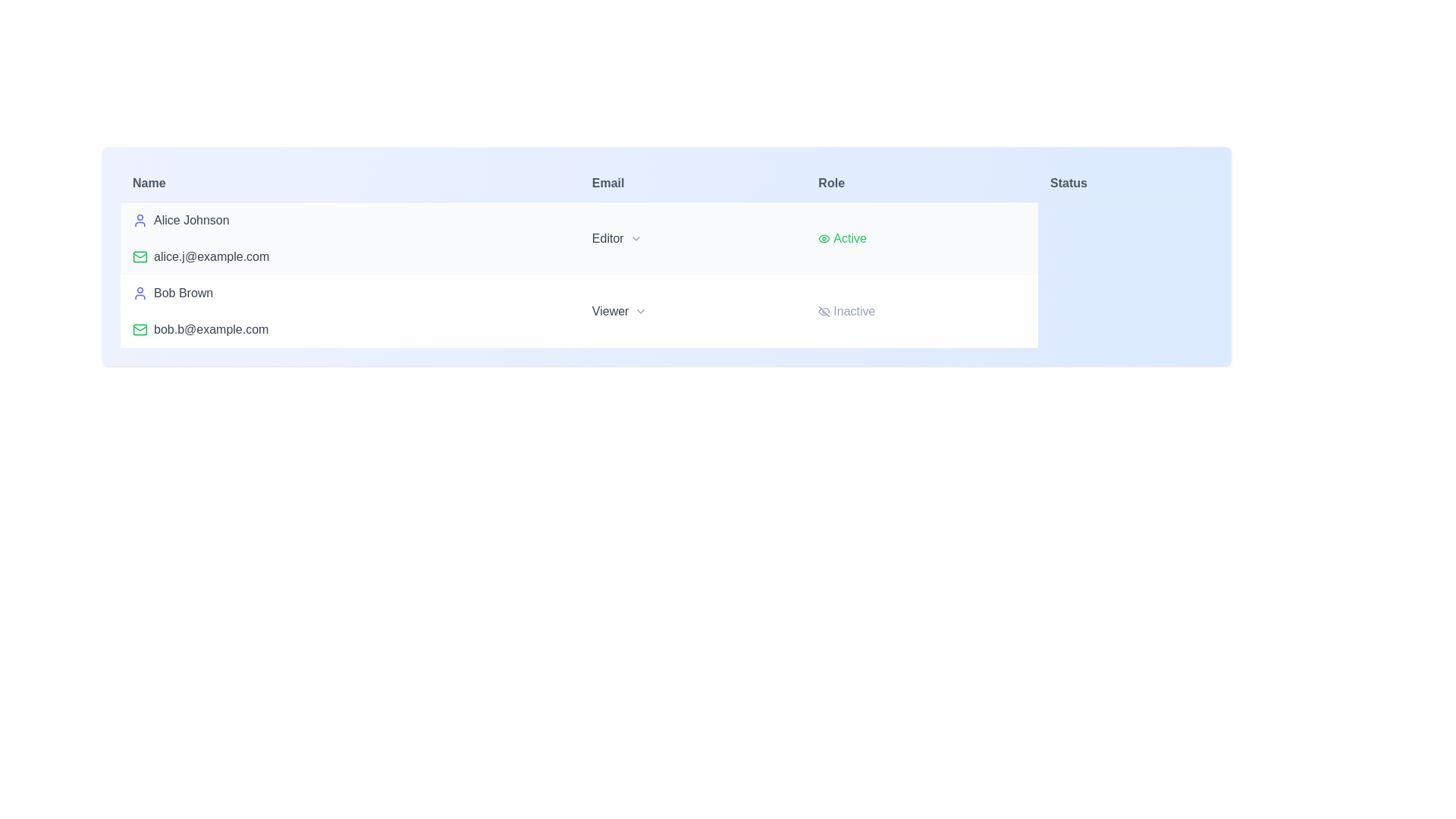 The image size is (1456, 819). Describe the element at coordinates (140, 329) in the screenshot. I see `the envelope-shaped icon within the green mail icon located in the second row of the data table, to the left of the email address` at that location.